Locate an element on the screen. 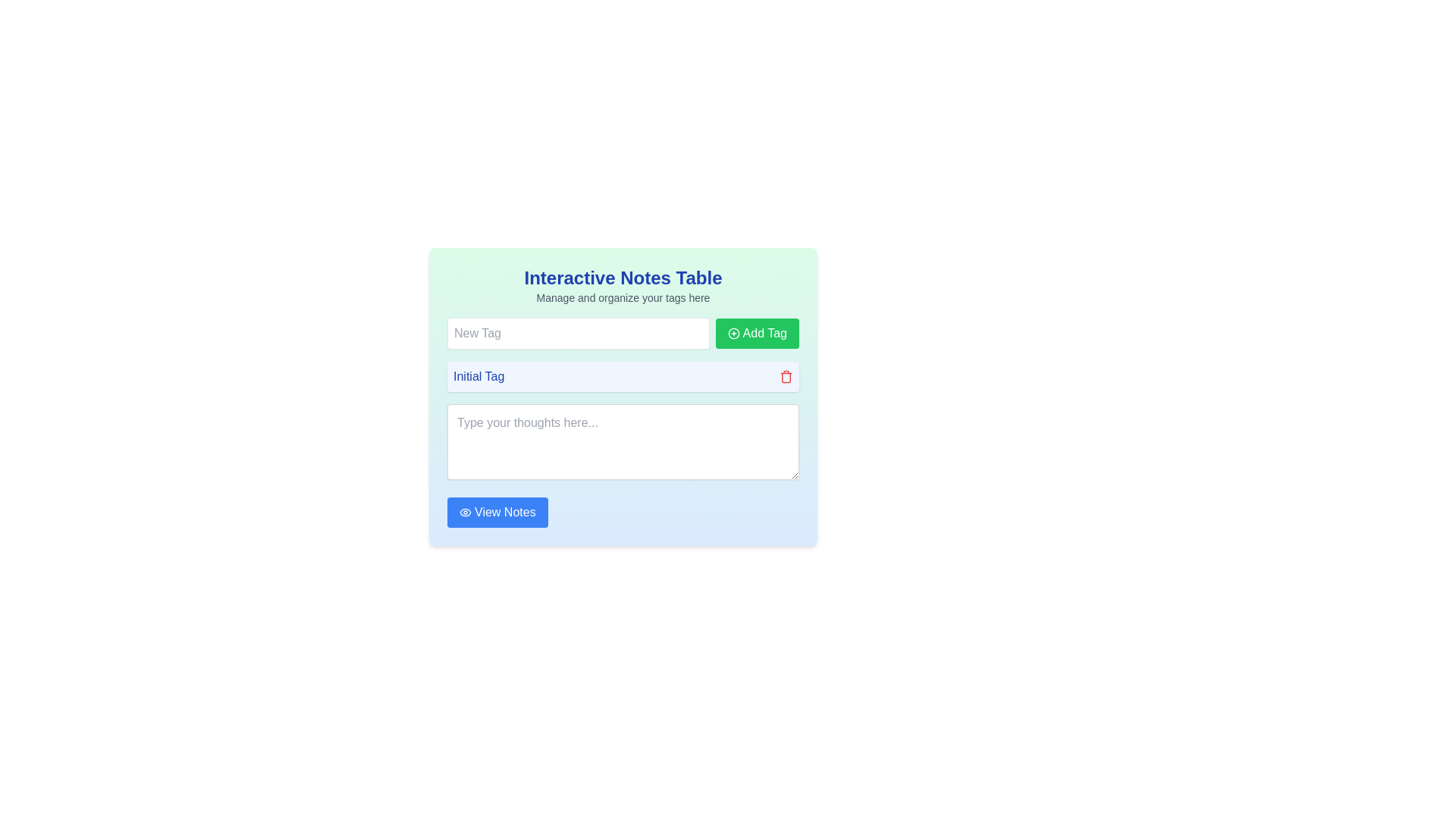 The height and width of the screenshot is (819, 1456). the 'View Notes' button which contains an eye-shaped icon for visibility, located to the left of the text label 'View Notes' is located at coordinates (465, 512).